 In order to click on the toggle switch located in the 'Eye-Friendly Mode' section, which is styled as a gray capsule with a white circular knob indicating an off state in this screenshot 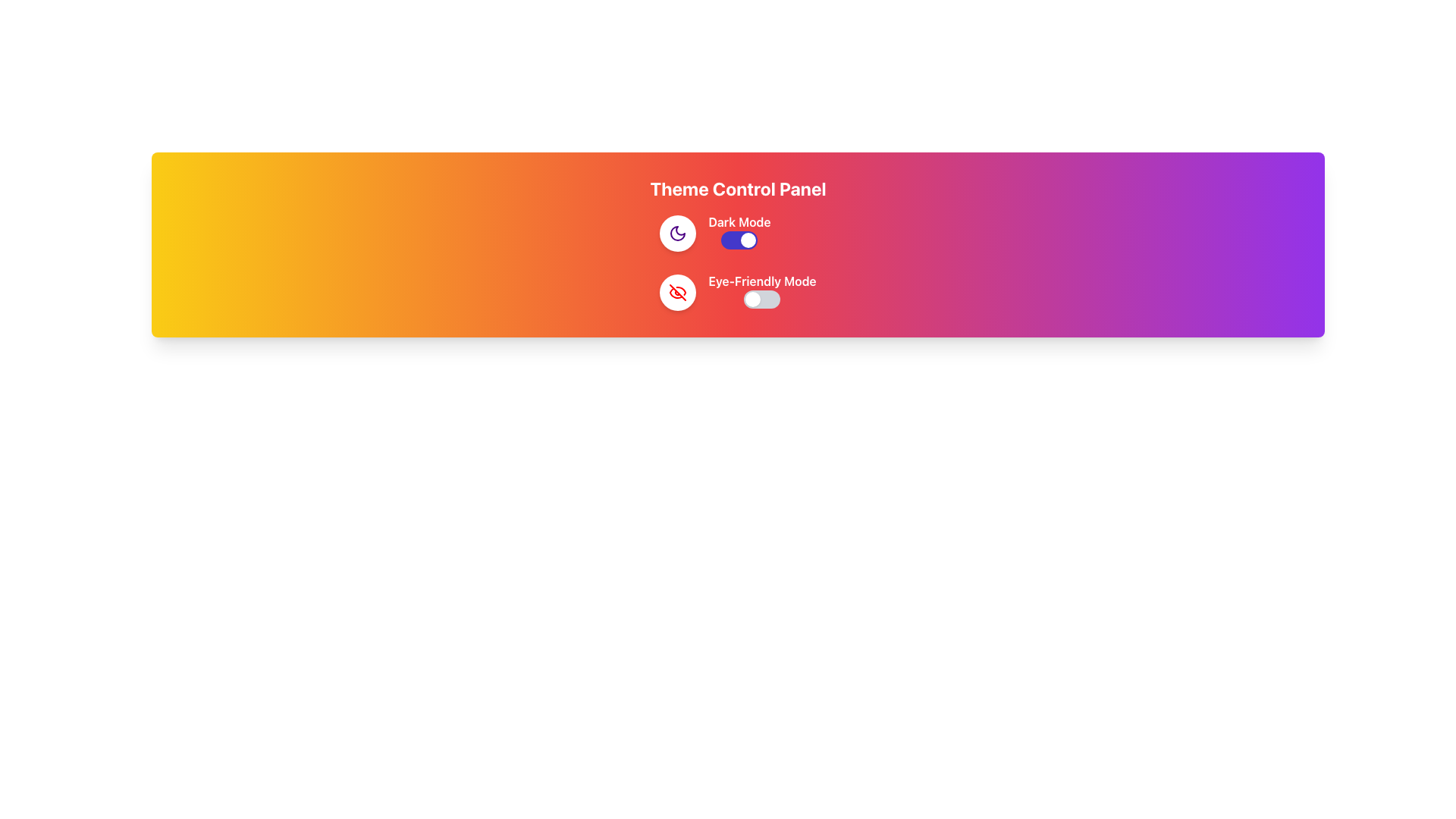, I will do `click(762, 299)`.